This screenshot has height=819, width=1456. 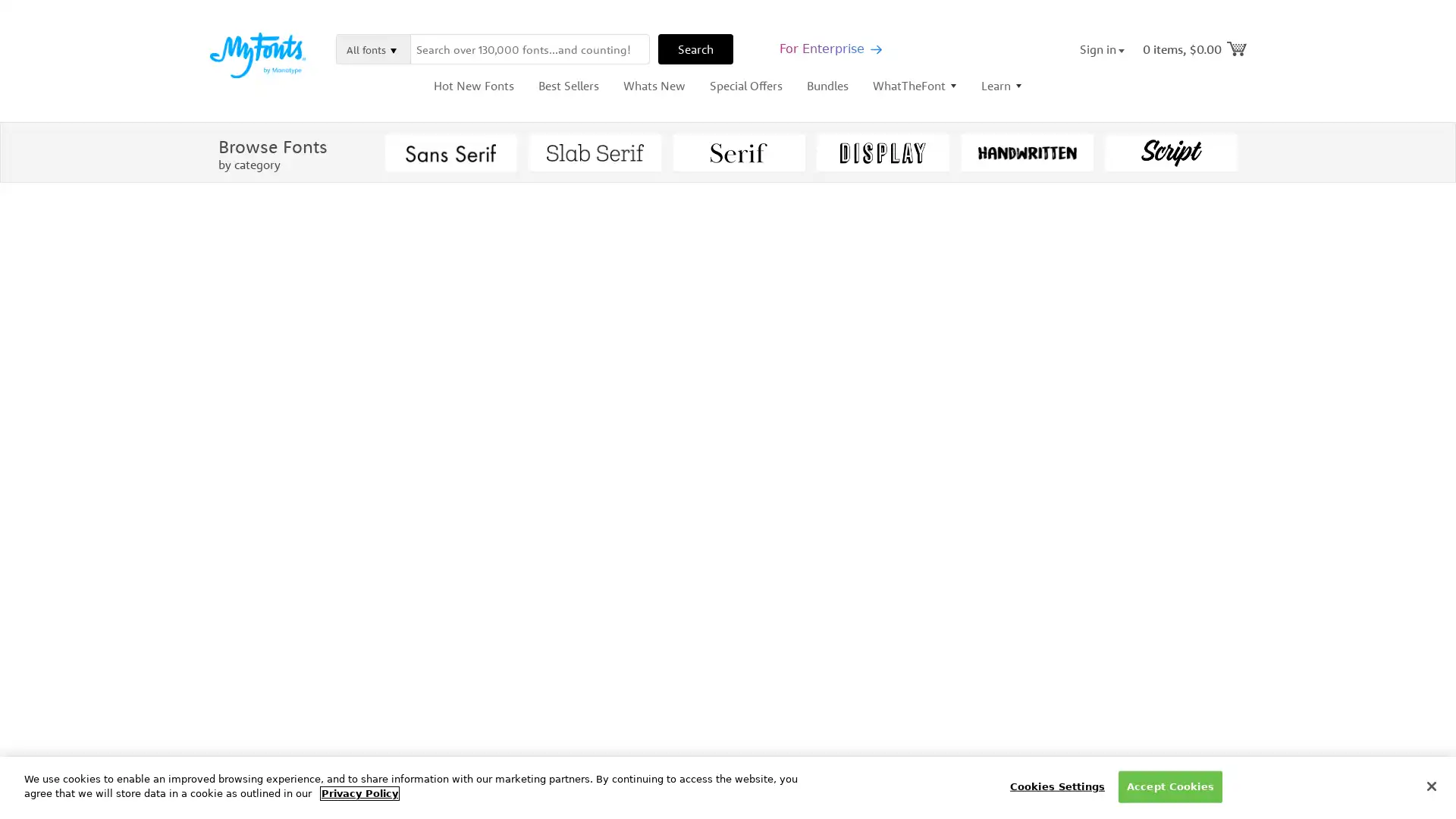 I want to click on Sign in, so click(x=1102, y=49).